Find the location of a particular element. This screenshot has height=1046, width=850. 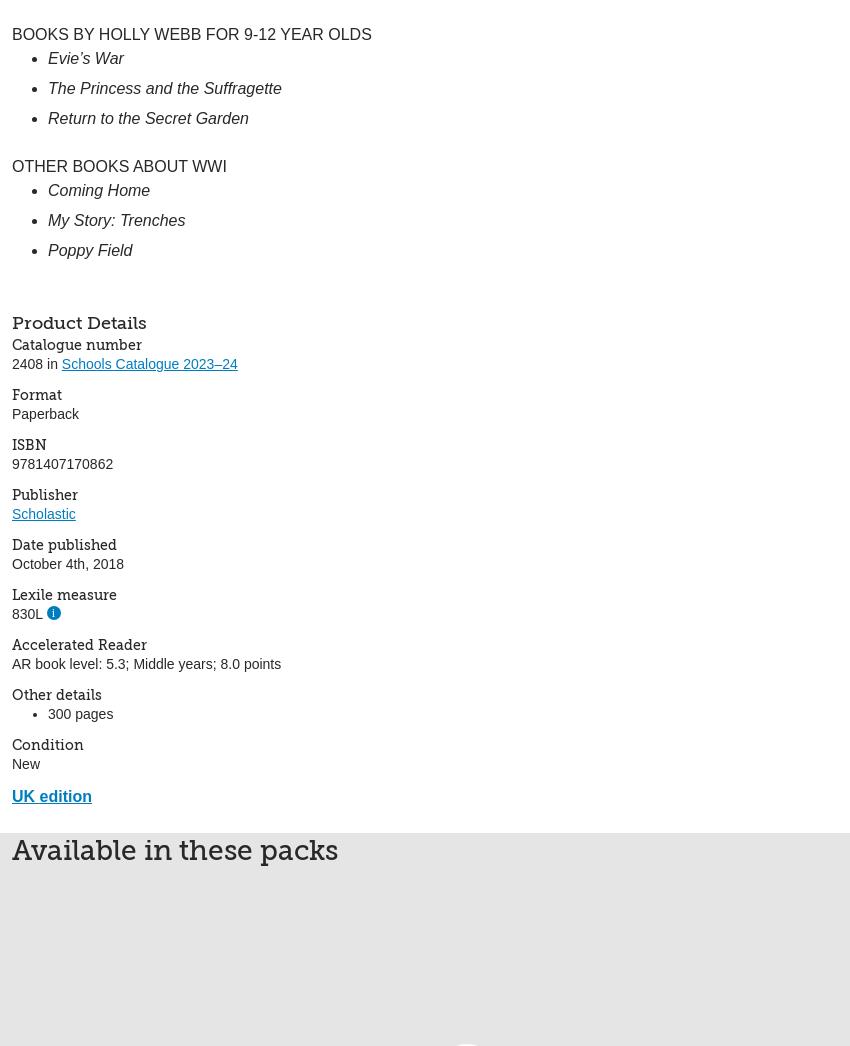

'Publisher' is located at coordinates (44, 494).